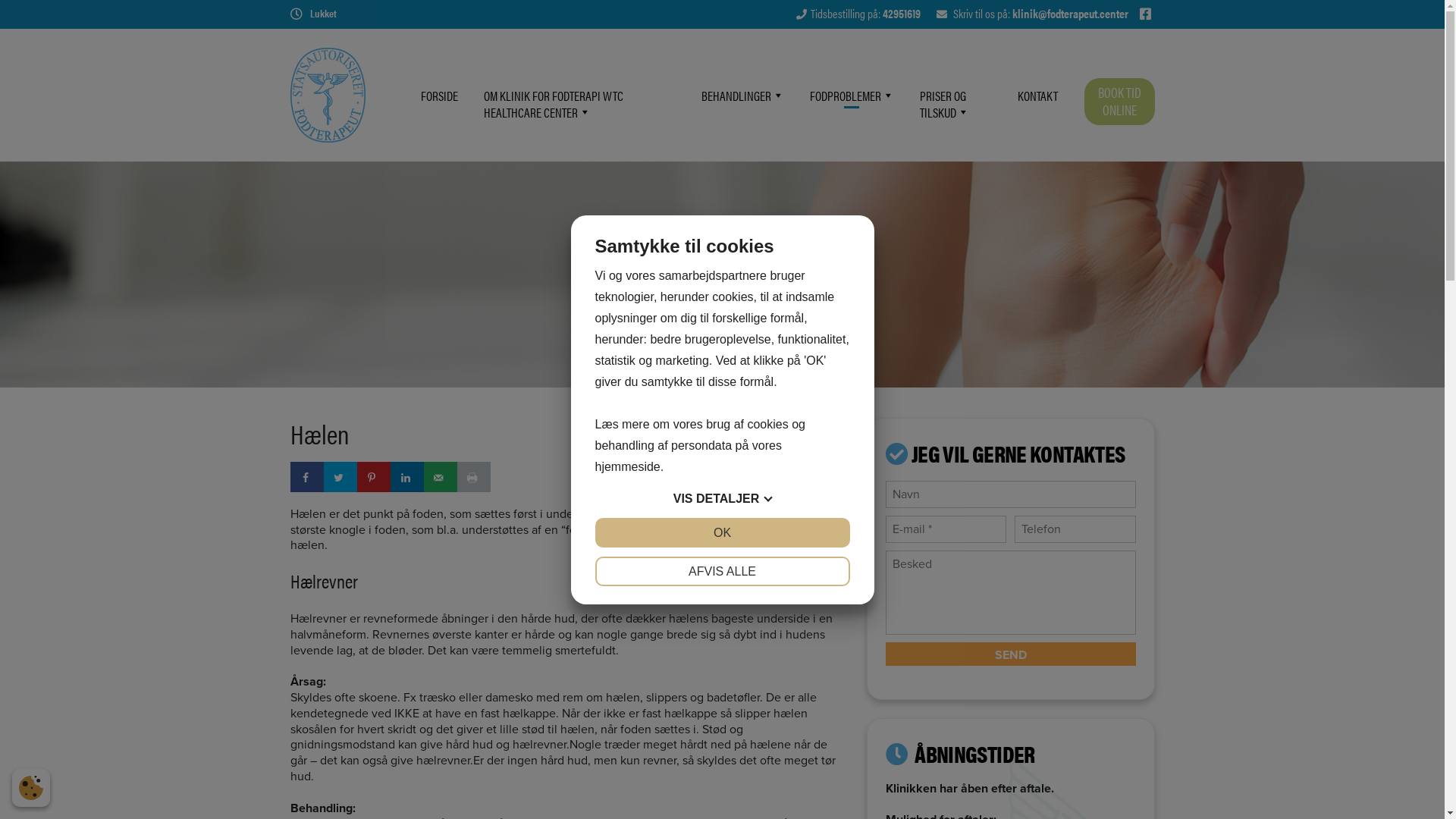 This screenshot has height=819, width=1456. What do you see at coordinates (389, 475) in the screenshot?
I see `'Share on LinkedIn'` at bounding box center [389, 475].